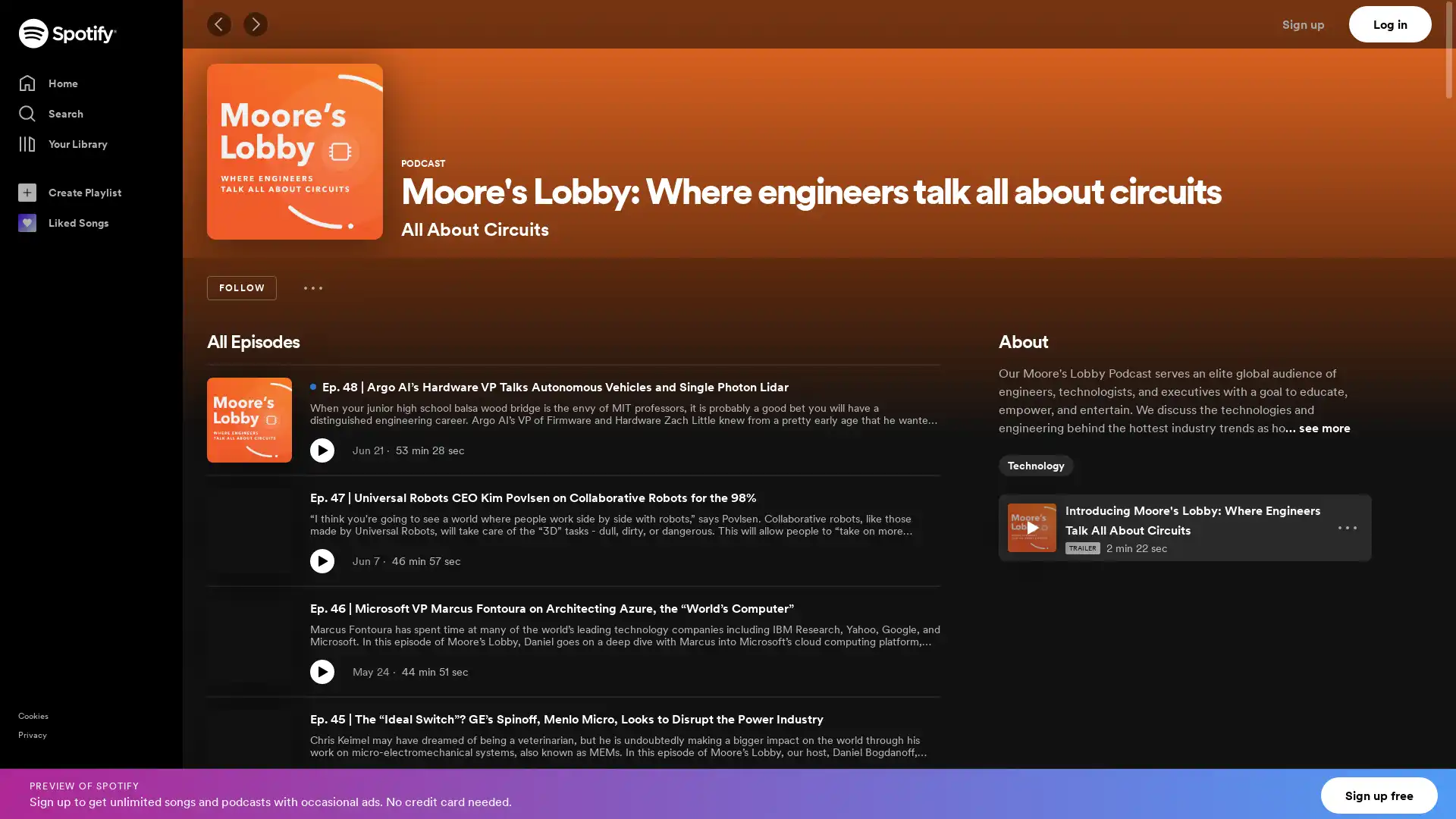  Describe the element at coordinates (1031, 526) in the screenshot. I see `Play` at that location.